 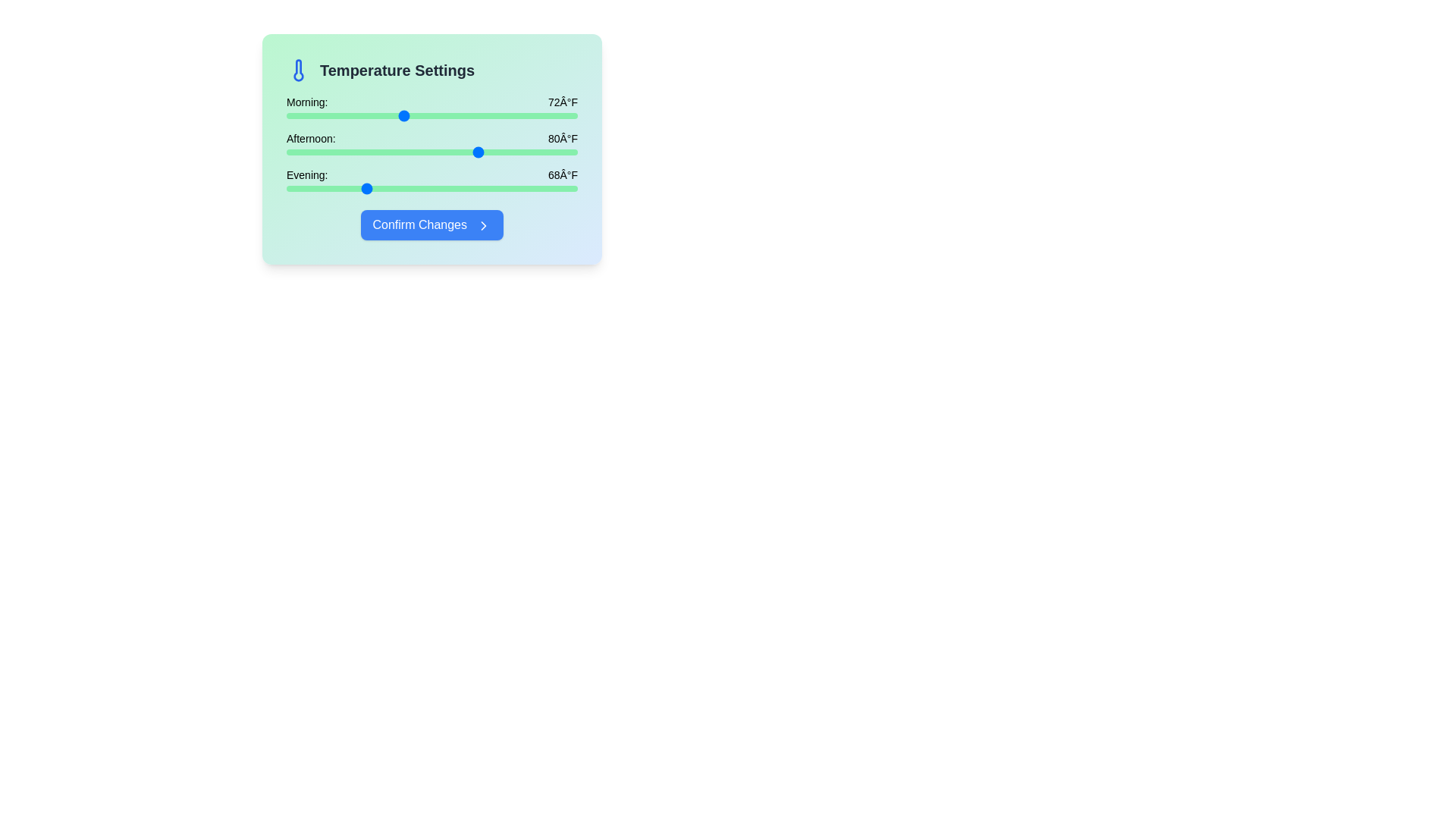 What do you see at coordinates (510, 115) in the screenshot?
I see `the morning temperature slider to 83°F` at bounding box center [510, 115].